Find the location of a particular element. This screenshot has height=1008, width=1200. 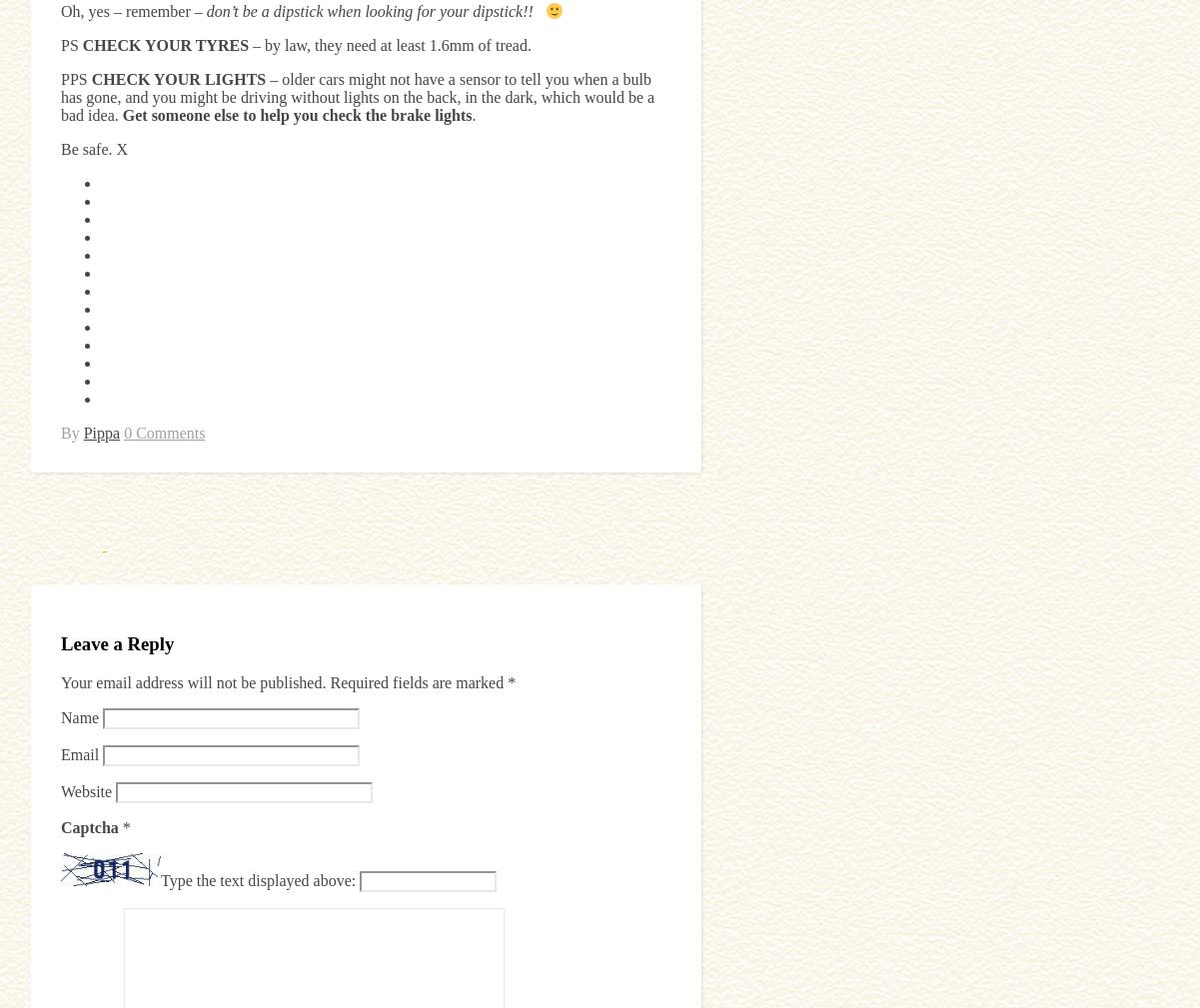

'CHECK YOUR LIGHTS' is located at coordinates (178, 78).